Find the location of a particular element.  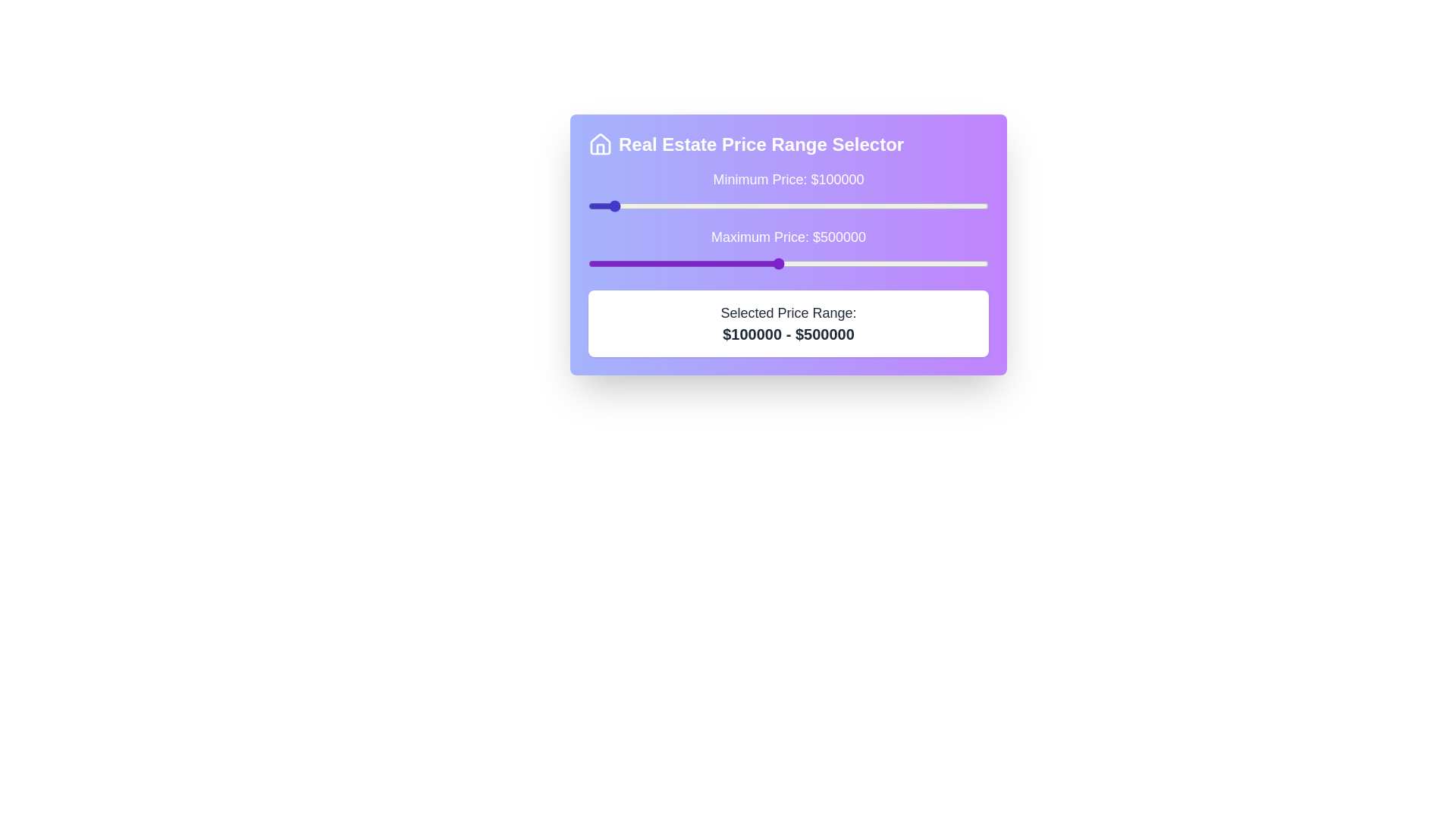

the minimum price slider to 525925 dollars is located at coordinates (789, 206).